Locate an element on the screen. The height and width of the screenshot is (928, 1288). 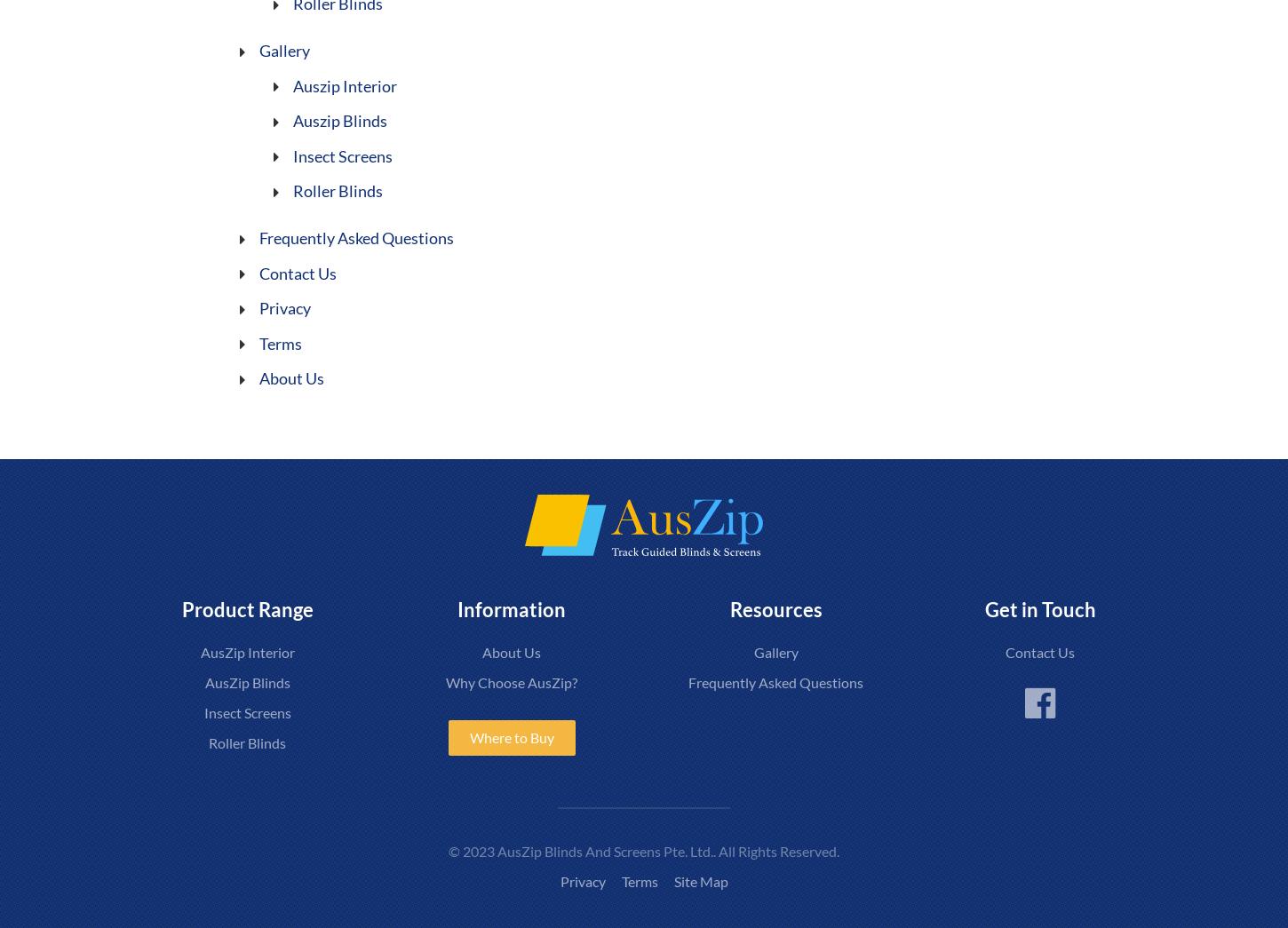
'Why Choose AusZip?' is located at coordinates (511, 682).